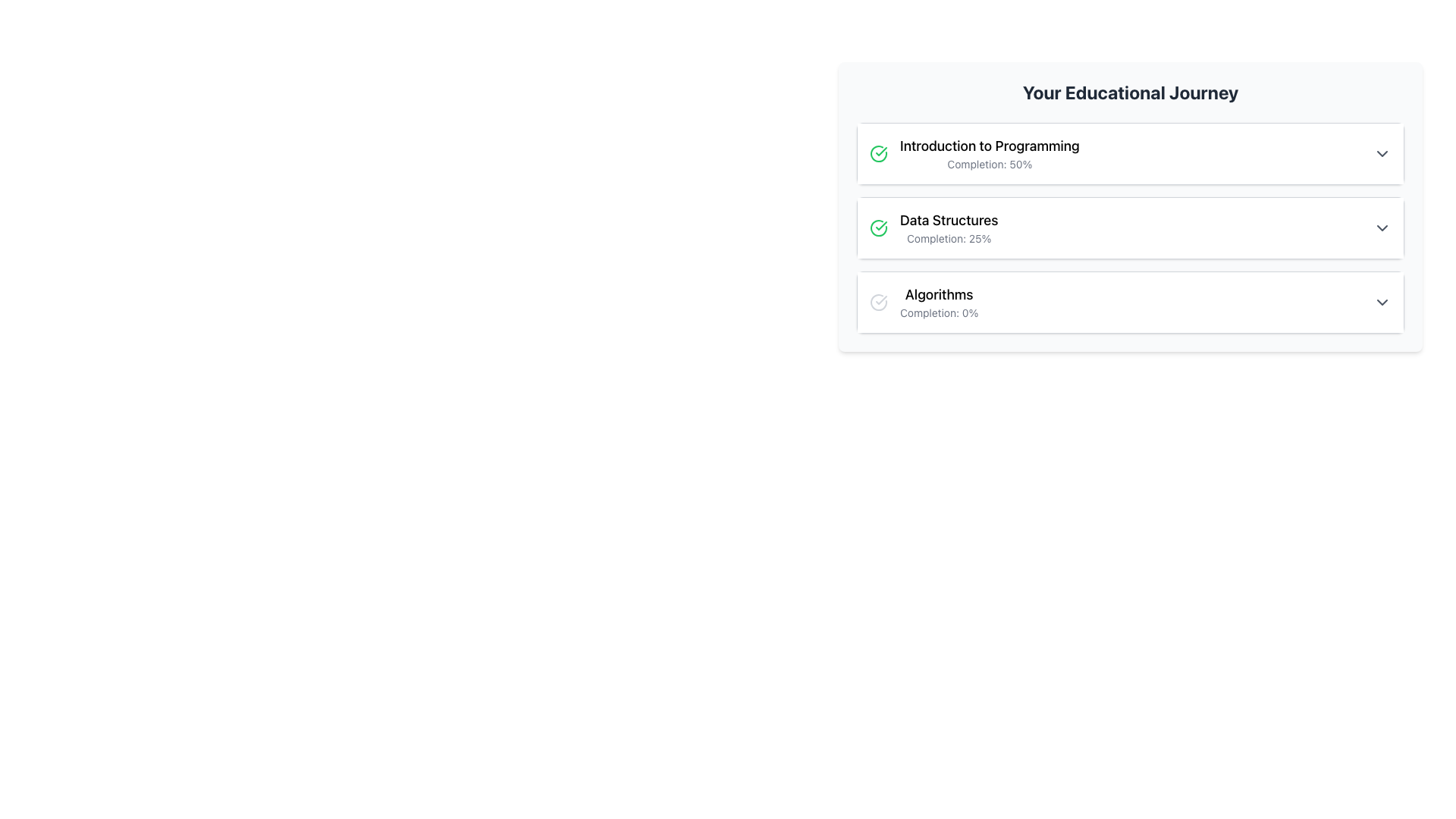 This screenshot has height=819, width=1456. Describe the element at coordinates (1382, 227) in the screenshot. I see `the Chevron Down icon` at that location.